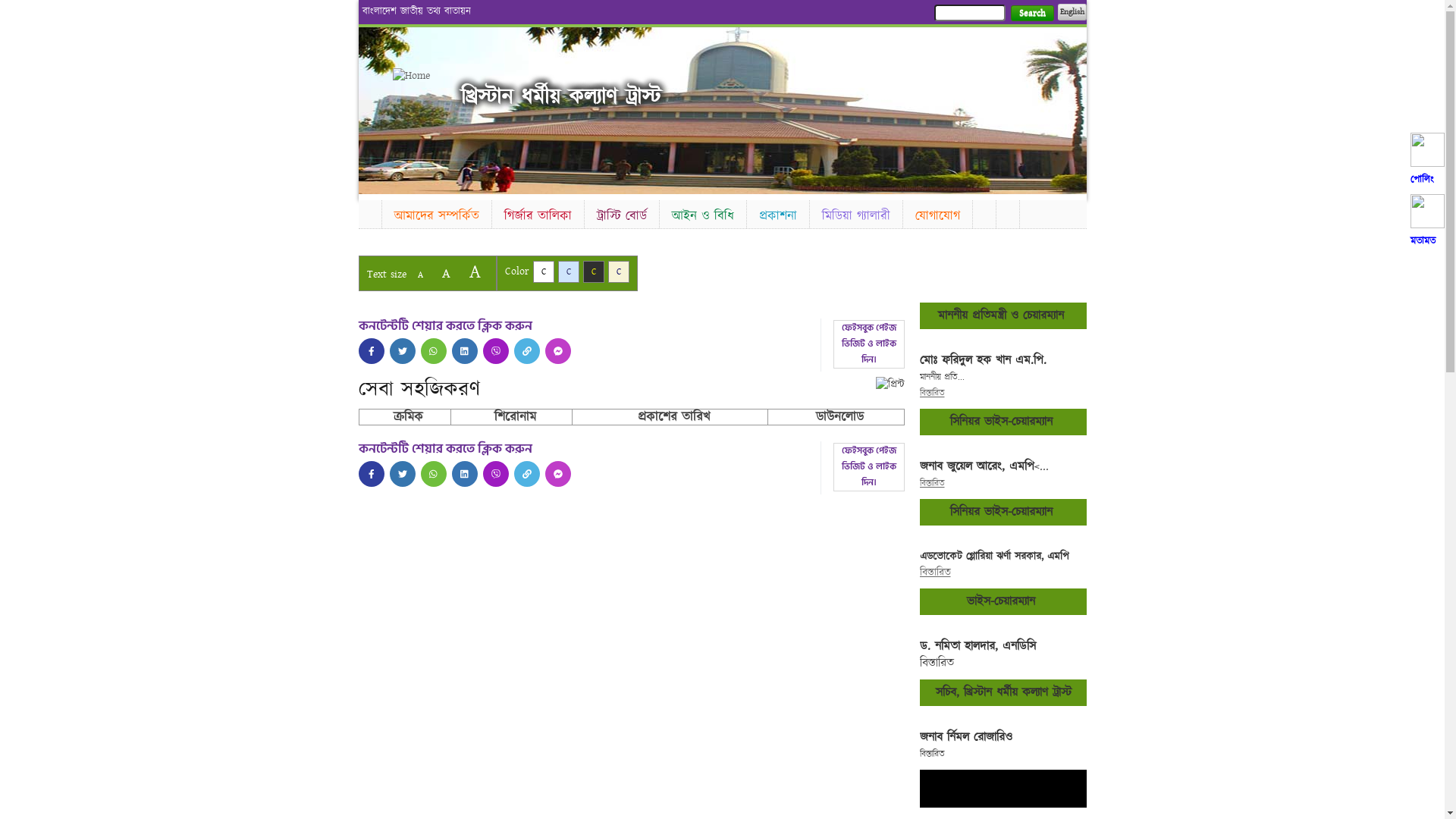 The height and width of the screenshot is (819, 1456). What do you see at coordinates (542, 271) in the screenshot?
I see `'C'` at bounding box center [542, 271].